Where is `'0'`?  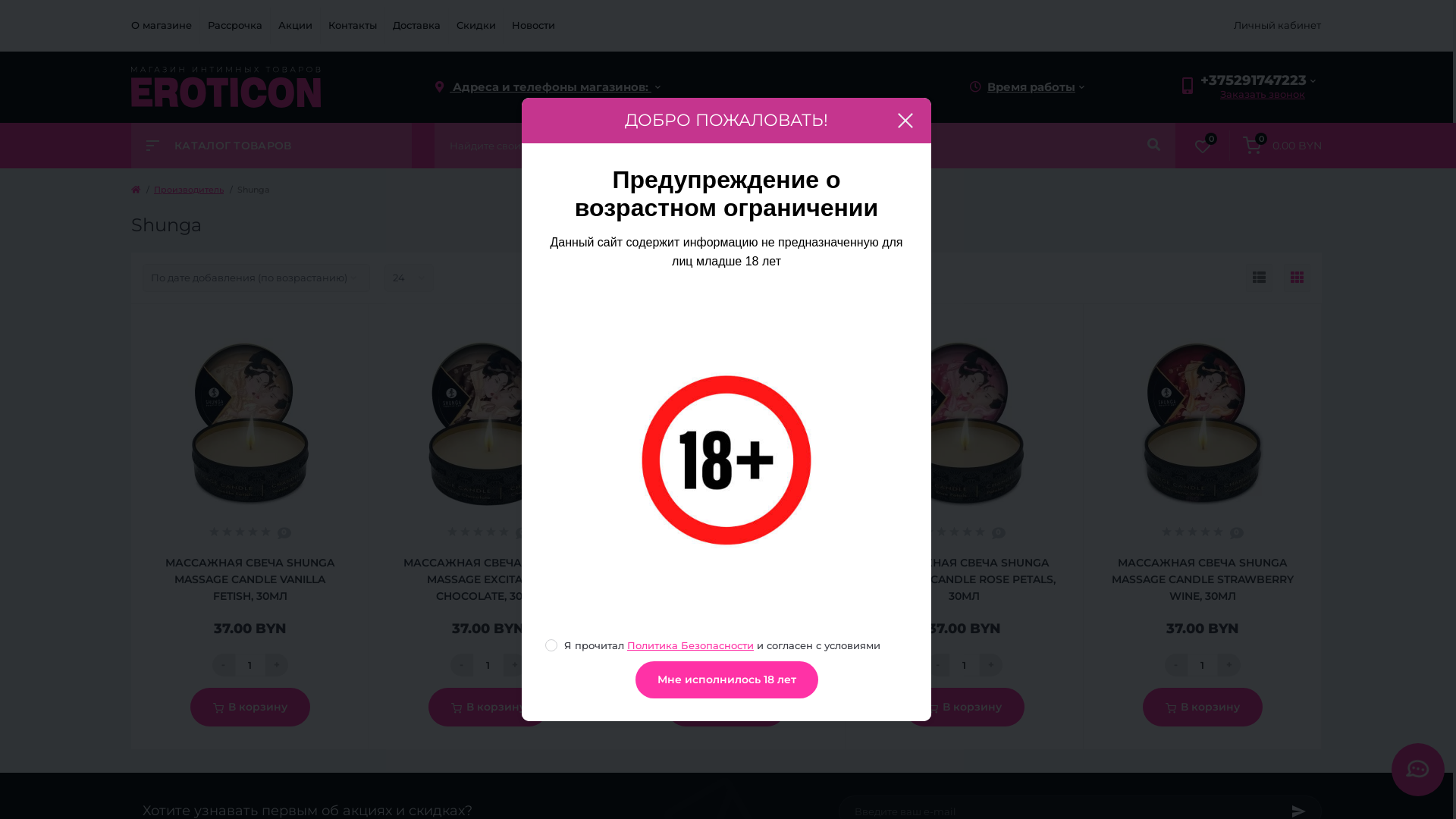 '0' is located at coordinates (1201, 146).